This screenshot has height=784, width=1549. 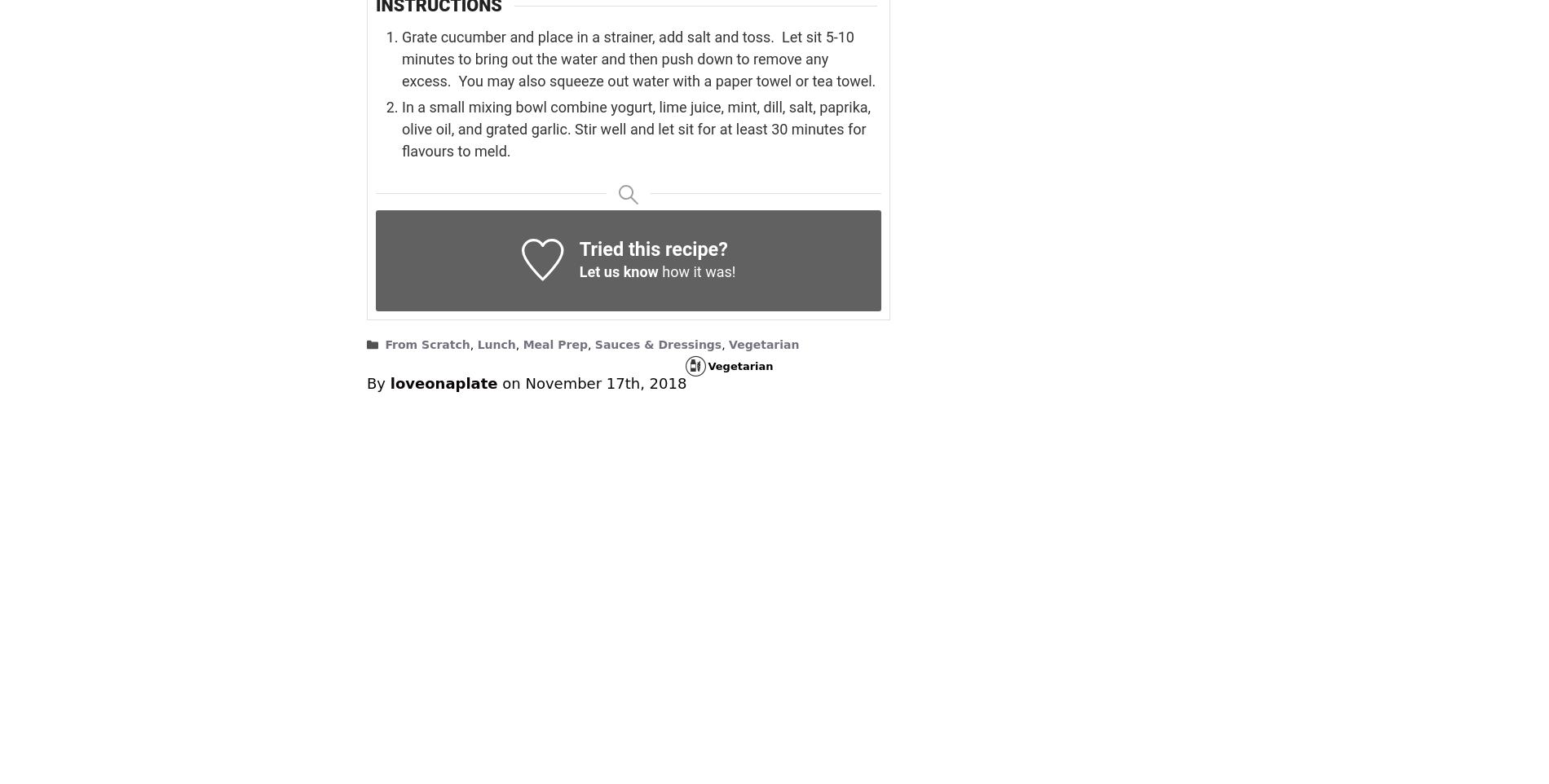 What do you see at coordinates (652, 247) in the screenshot?
I see `'Tried this recipe?'` at bounding box center [652, 247].